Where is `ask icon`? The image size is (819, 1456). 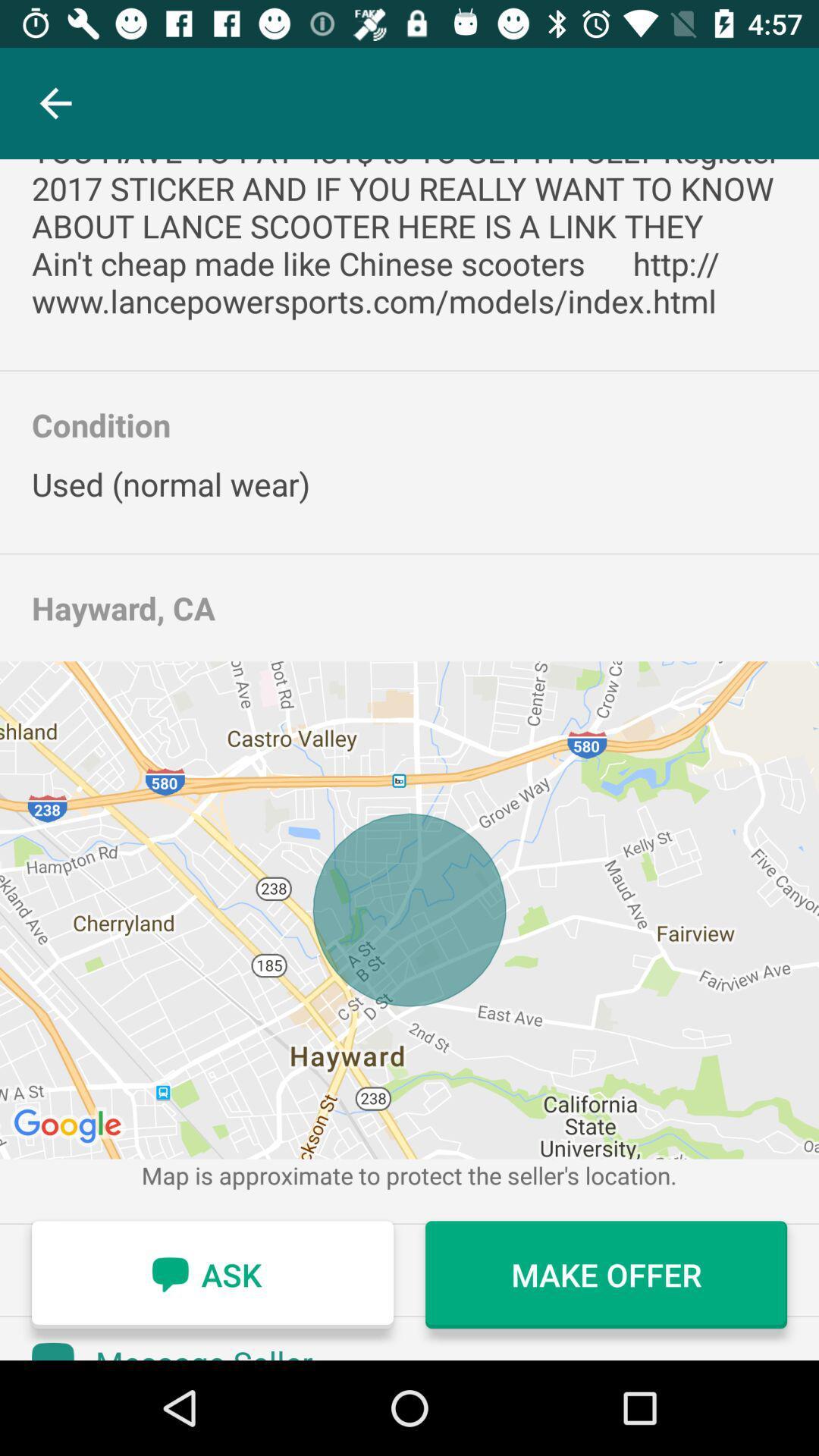
ask icon is located at coordinates (212, 1274).